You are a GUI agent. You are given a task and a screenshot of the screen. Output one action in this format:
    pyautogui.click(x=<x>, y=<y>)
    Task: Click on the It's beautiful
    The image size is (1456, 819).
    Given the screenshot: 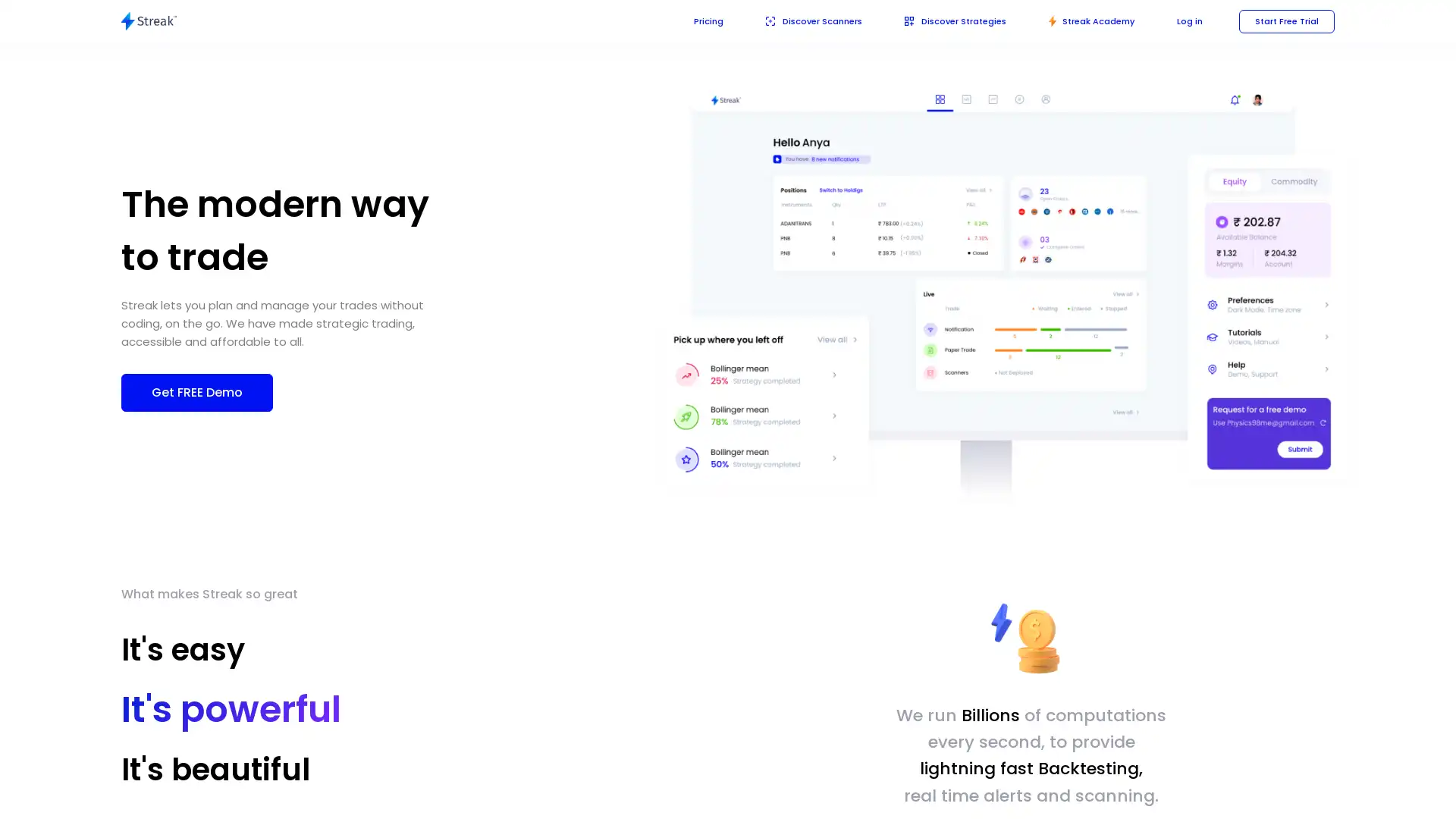 What is the action you would take?
    pyautogui.click(x=215, y=769)
    